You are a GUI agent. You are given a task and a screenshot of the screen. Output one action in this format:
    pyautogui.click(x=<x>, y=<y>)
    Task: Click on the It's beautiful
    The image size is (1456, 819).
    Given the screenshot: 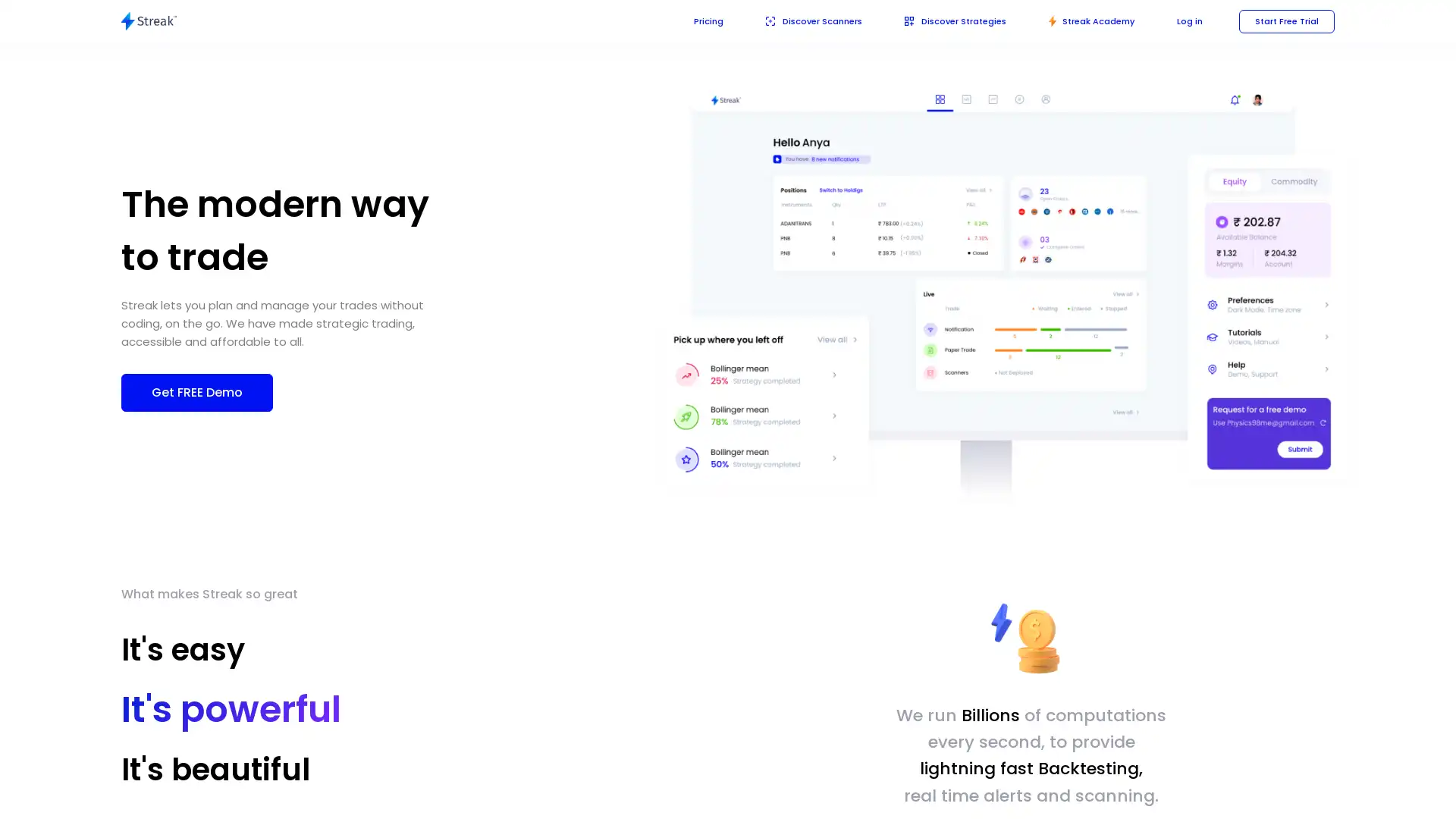 What is the action you would take?
    pyautogui.click(x=215, y=769)
    